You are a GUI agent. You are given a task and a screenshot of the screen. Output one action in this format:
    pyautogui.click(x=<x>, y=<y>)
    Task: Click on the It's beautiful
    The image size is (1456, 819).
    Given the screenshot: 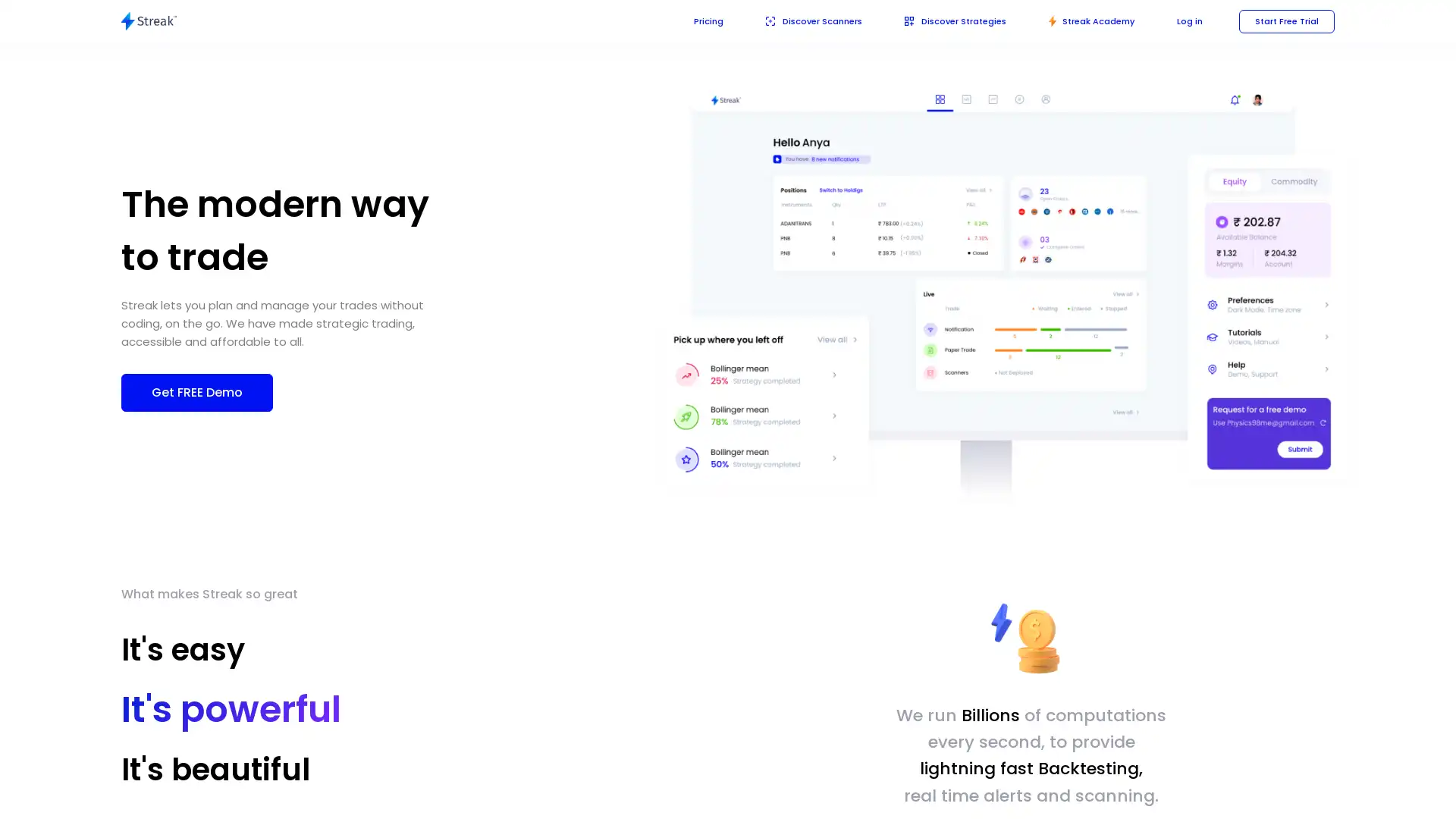 What is the action you would take?
    pyautogui.click(x=215, y=769)
    